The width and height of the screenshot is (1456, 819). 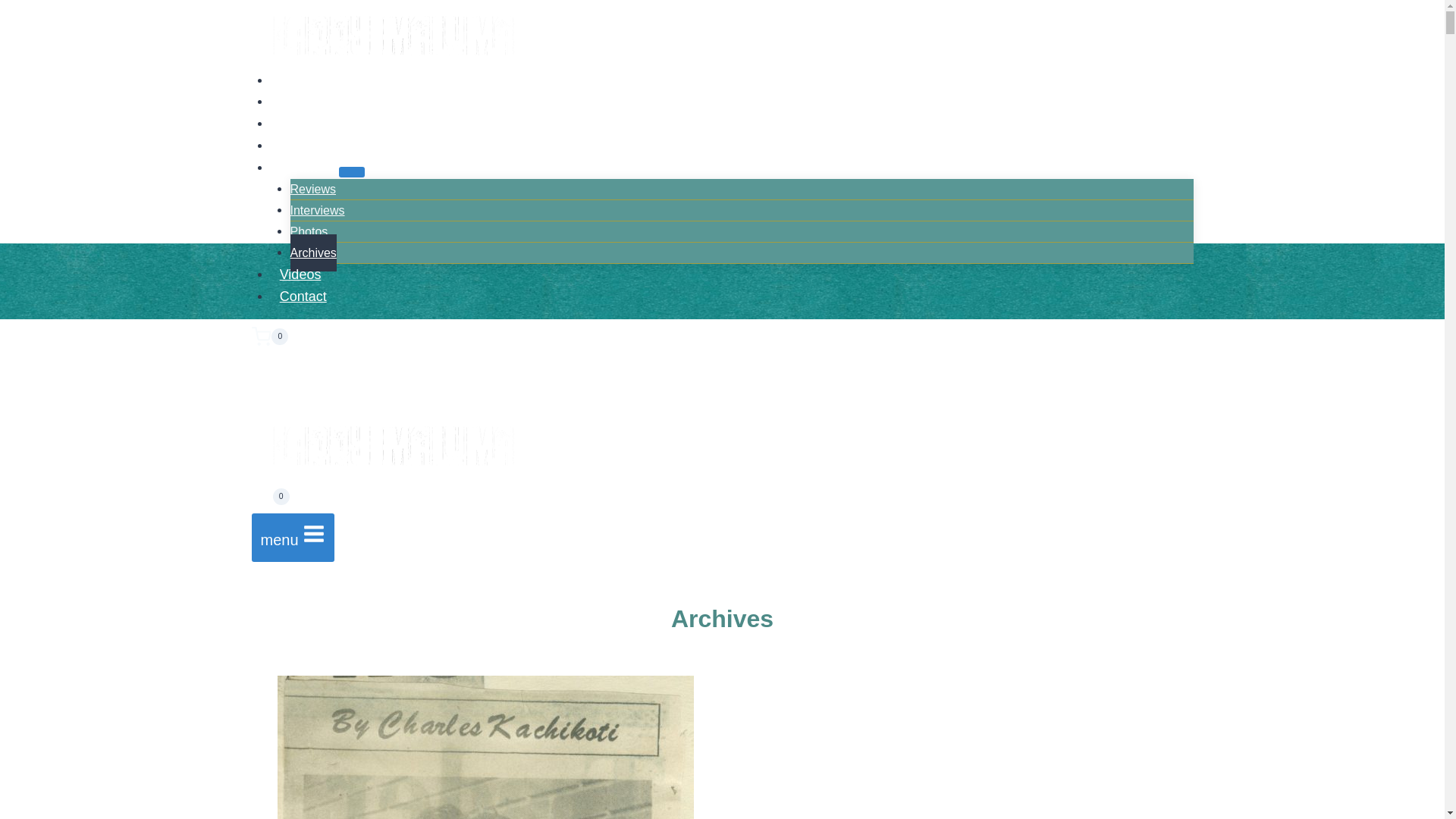 I want to click on '0', so click(x=270, y=500).